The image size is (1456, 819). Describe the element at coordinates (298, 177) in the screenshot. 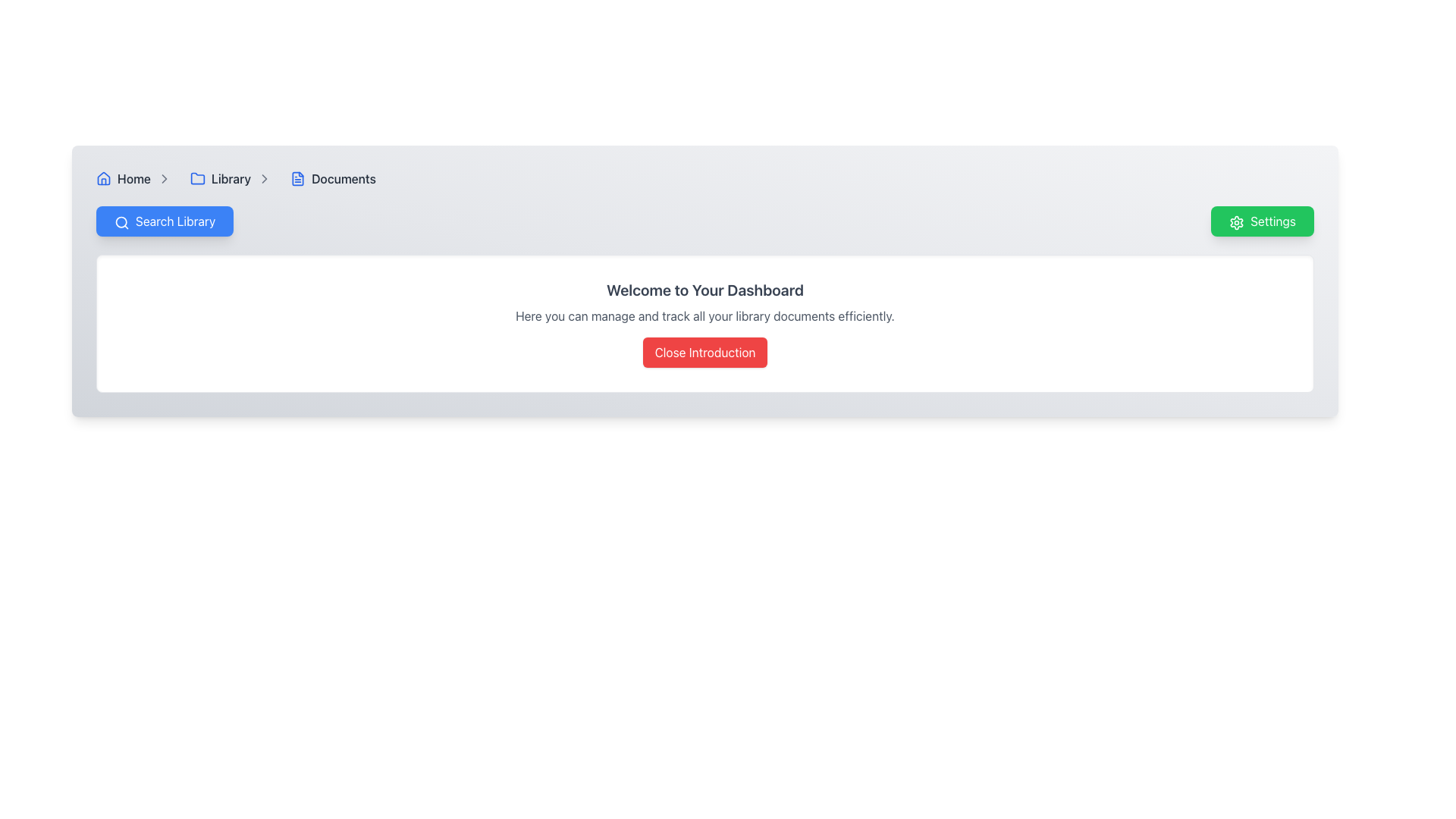

I see `the small, blue document icon located to the left of the 'Documents' text label in the breadcrumb navigation bar` at that location.